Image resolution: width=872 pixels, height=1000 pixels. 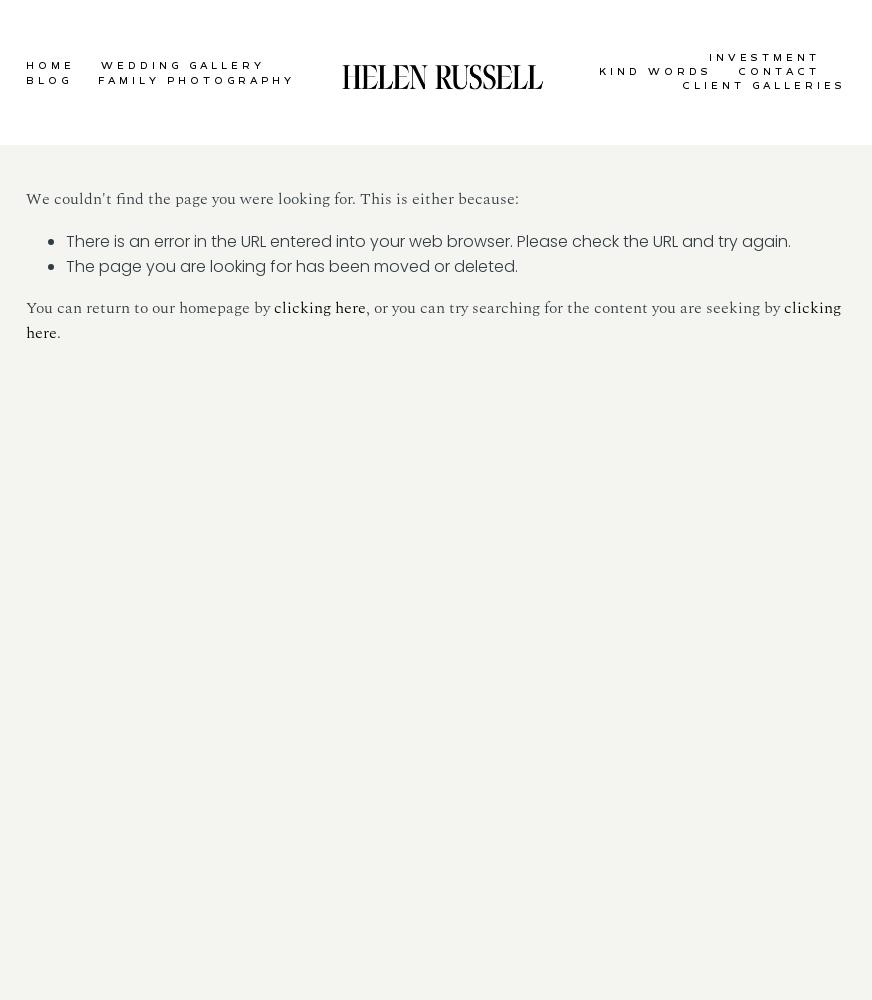 What do you see at coordinates (428, 239) in the screenshot?
I see `'There is an error in the URL entered into your web browser. Please check the URL and try again.'` at bounding box center [428, 239].